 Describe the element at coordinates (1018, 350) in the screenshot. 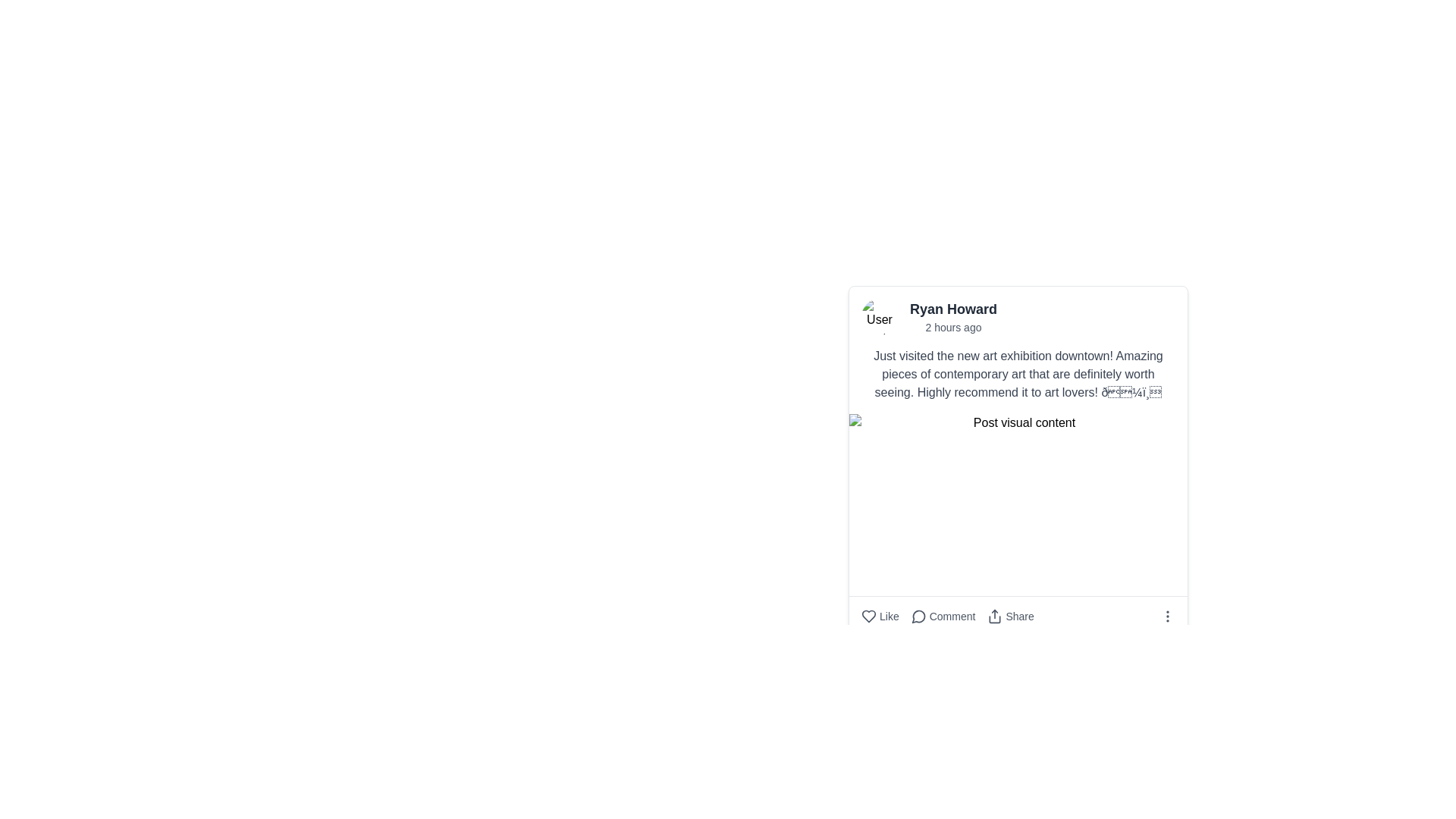

I see `content displayed in the user's post section, which includes their name, time of posting, and post text, located centrally in the post layout` at that location.